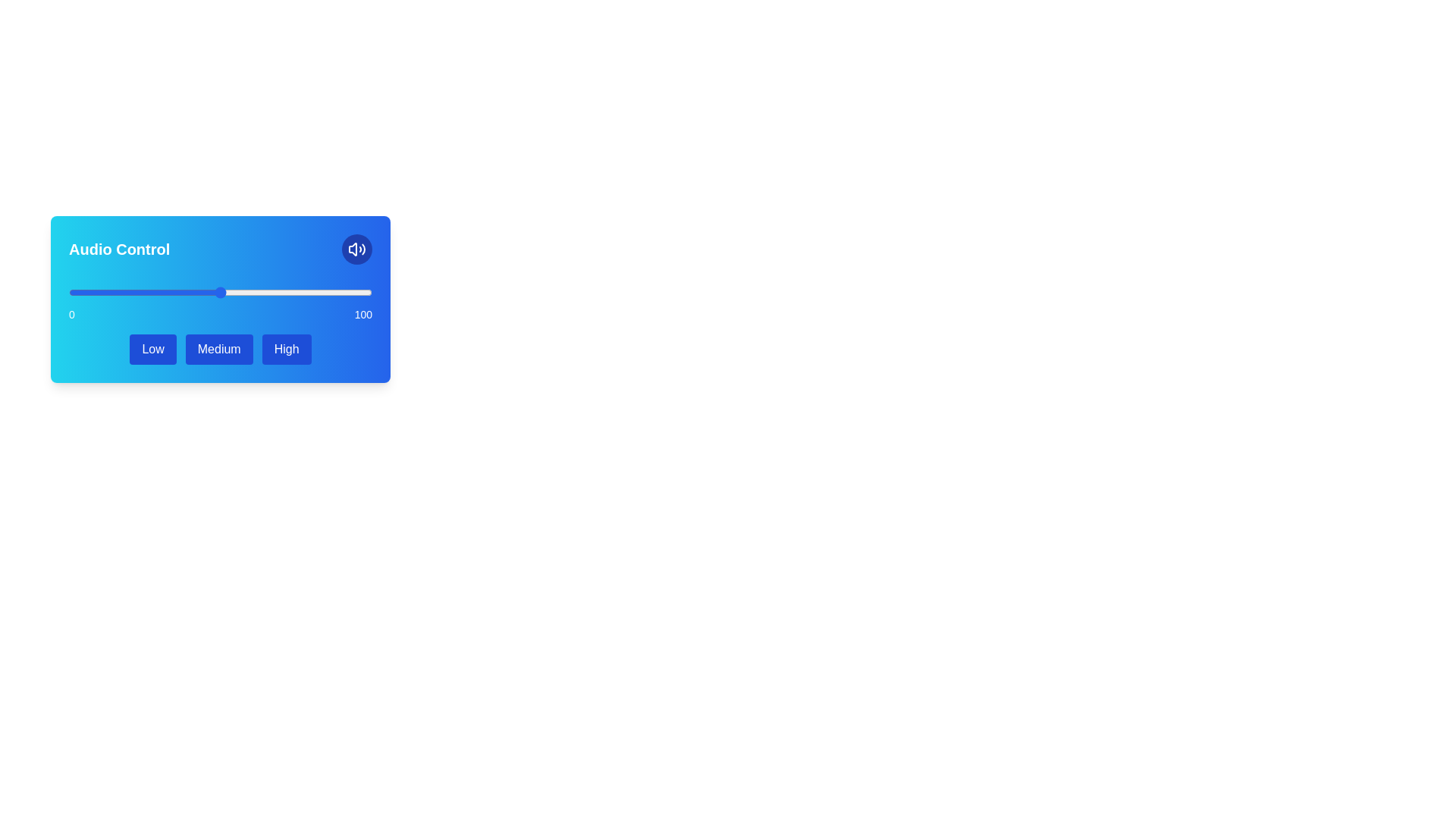 The width and height of the screenshot is (1456, 819). I want to click on the static speaker icon located in the top-right corner of the audio control interface panel, which represents sound emission, so click(352, 248).